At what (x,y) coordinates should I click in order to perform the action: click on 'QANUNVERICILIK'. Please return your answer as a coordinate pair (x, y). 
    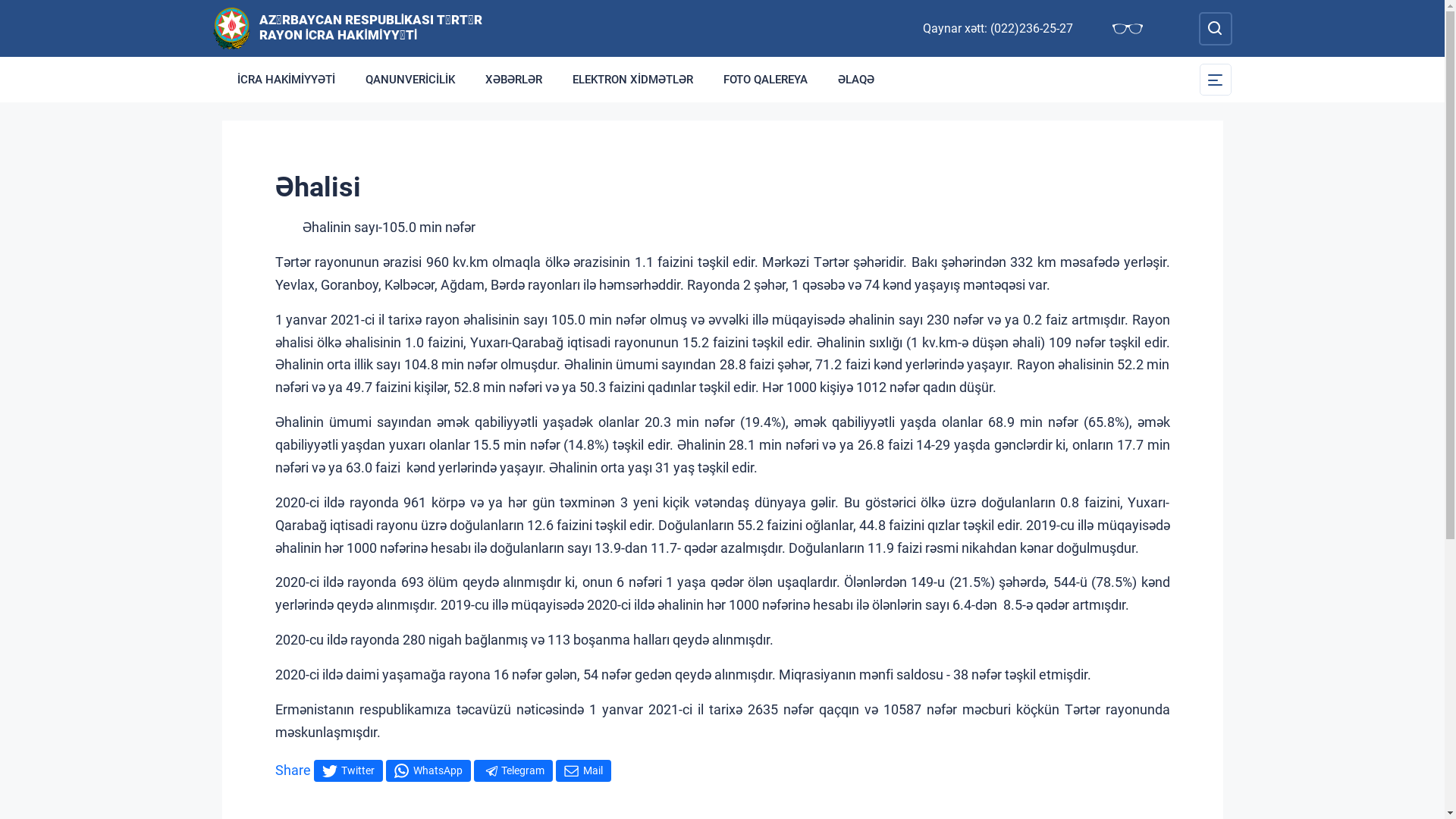
    Looking at the image, I should click on (410, 79).